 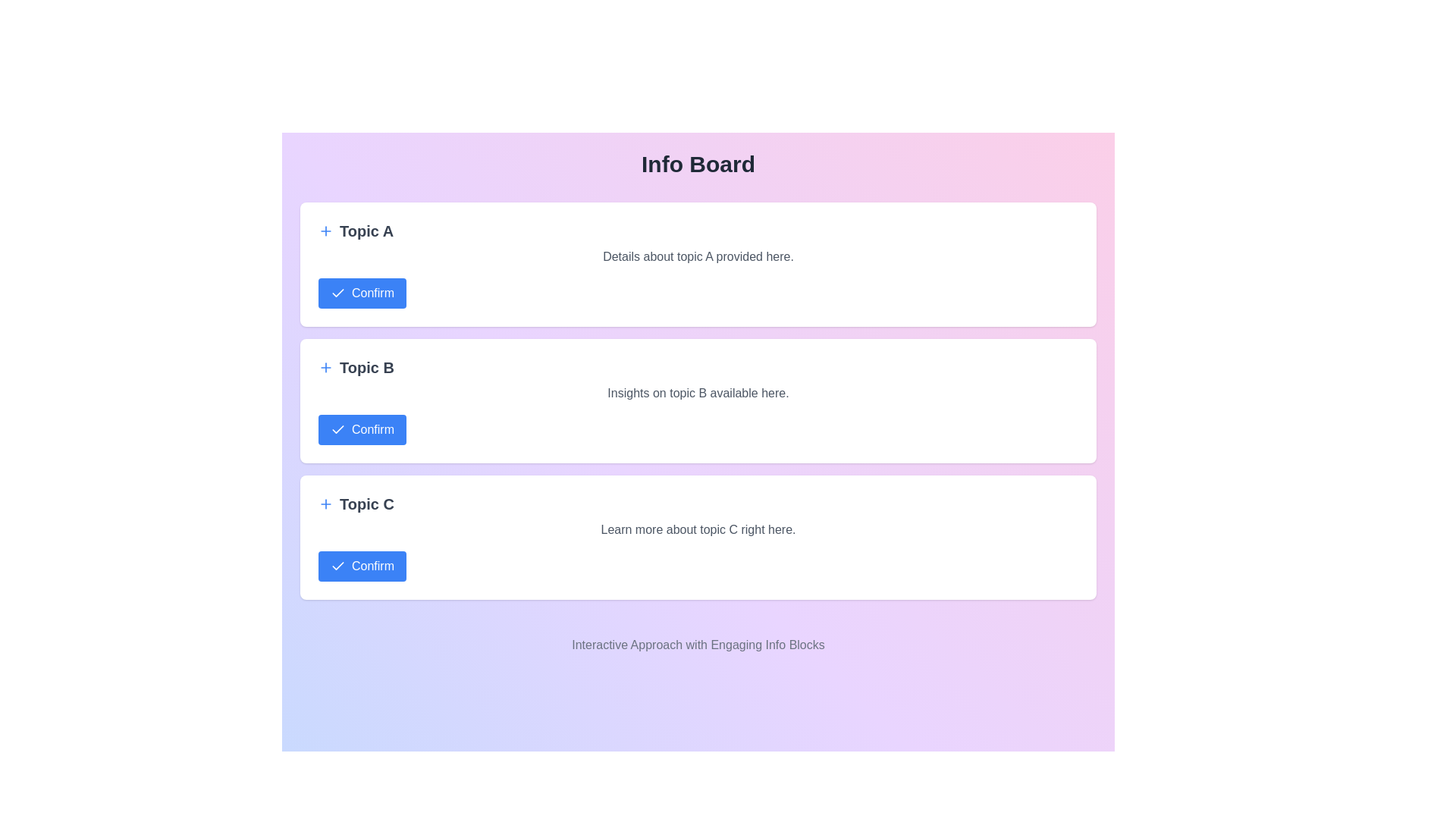 What do you see at coordinates (325, 504) in the screenshot?
I see `the blue plus sign icon located to the left of the text 'Topic C'` at bounding box center [325, 504].